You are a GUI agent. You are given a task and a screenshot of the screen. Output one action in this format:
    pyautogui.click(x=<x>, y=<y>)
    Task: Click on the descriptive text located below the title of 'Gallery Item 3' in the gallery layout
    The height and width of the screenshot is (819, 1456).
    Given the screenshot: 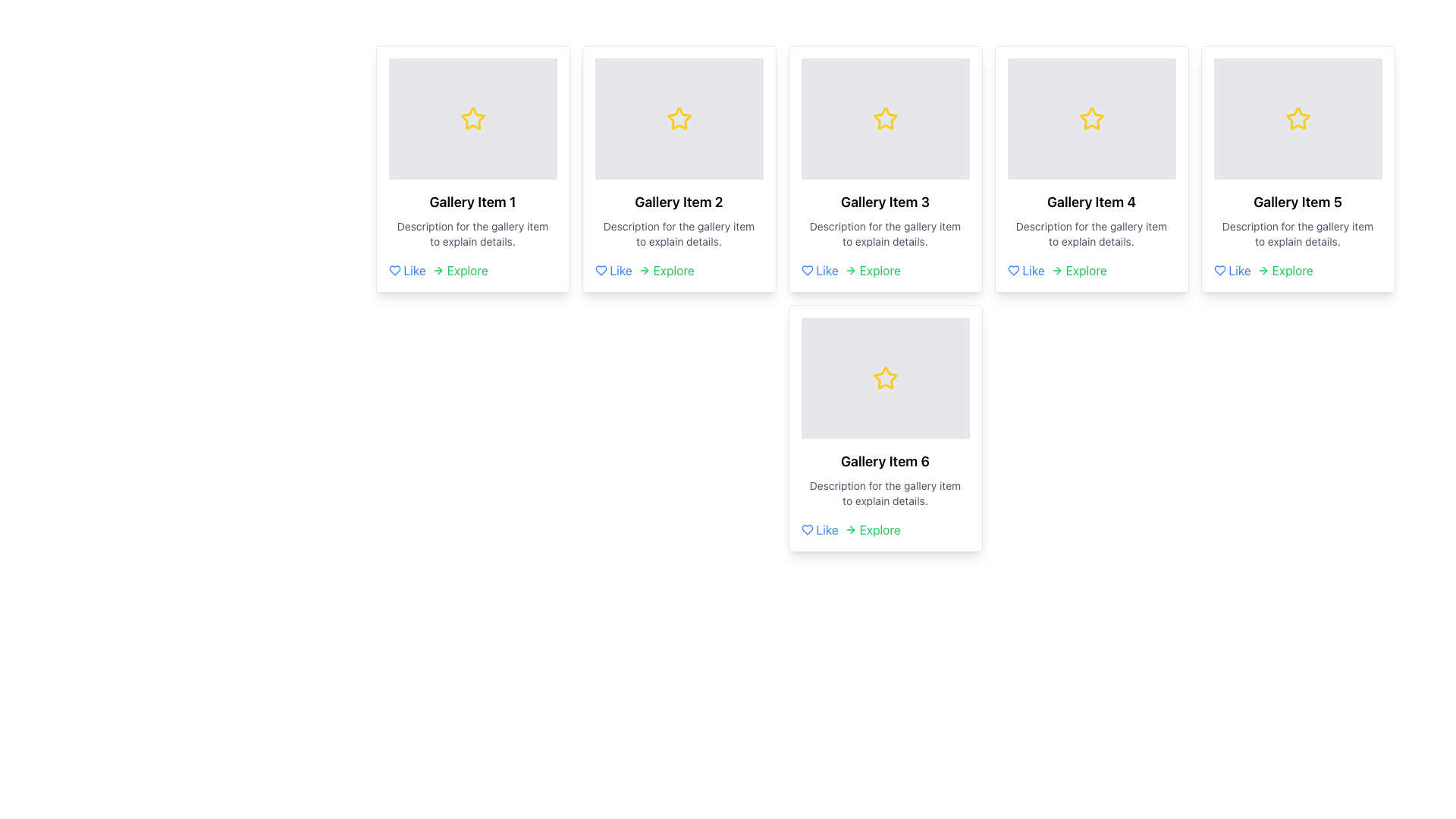 What is the action you would take?
    pyautogui.click(x=885, y=234)
    